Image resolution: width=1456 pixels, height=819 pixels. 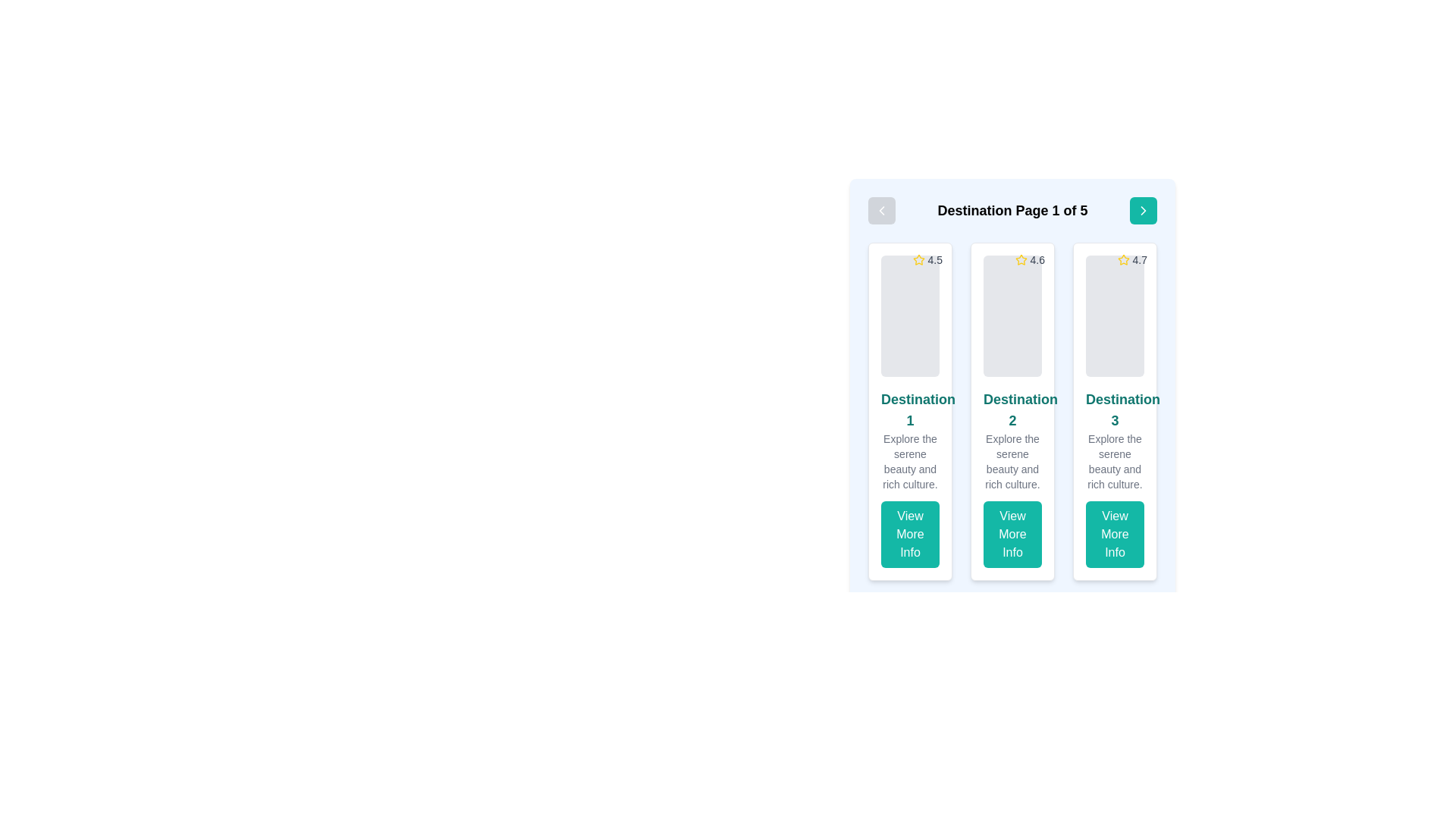 I want to click on the static display with a star icon and text label located in the upper-right corner of the card labeled 'Destination 3', just above the image section, so click(x=1132, y=259).